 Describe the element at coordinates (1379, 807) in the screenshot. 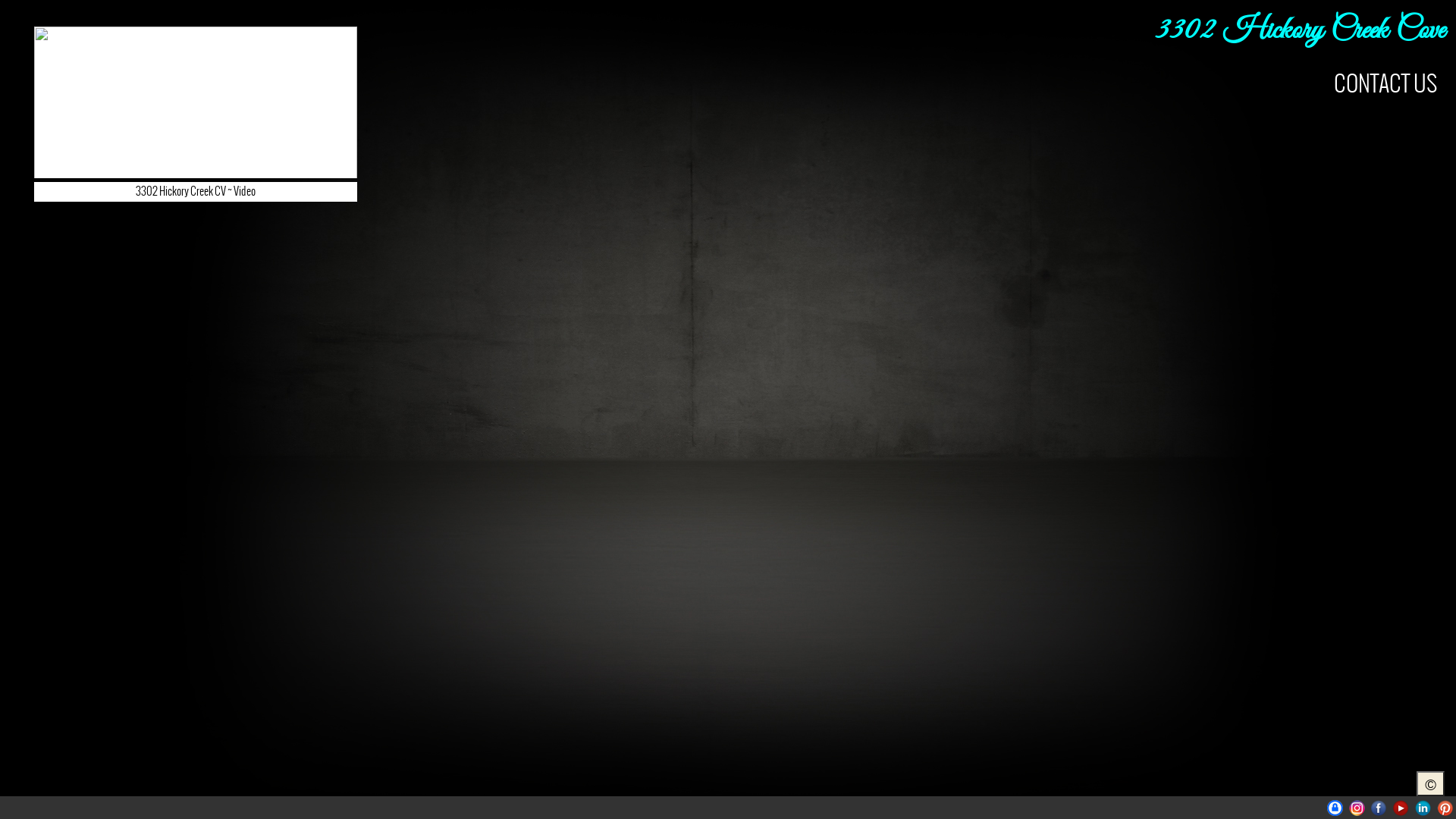

I see `'Facebook'` at that location.